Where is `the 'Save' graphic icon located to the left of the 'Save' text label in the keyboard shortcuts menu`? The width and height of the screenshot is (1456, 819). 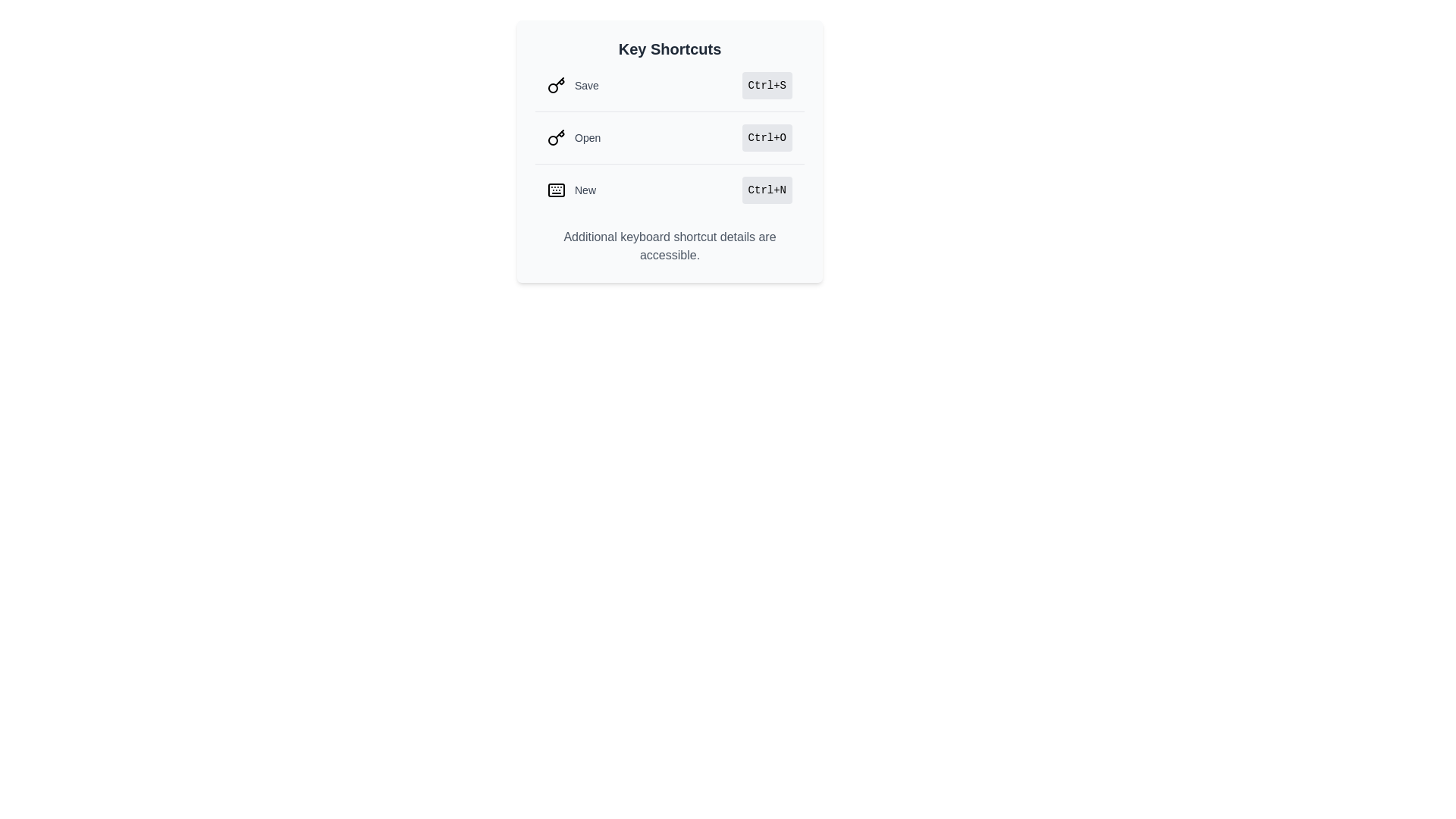
the 'Save' graphic icon located to the left of the 'Save' text label in the keyboard shortcuts menu is located at coordinates (556, 85).